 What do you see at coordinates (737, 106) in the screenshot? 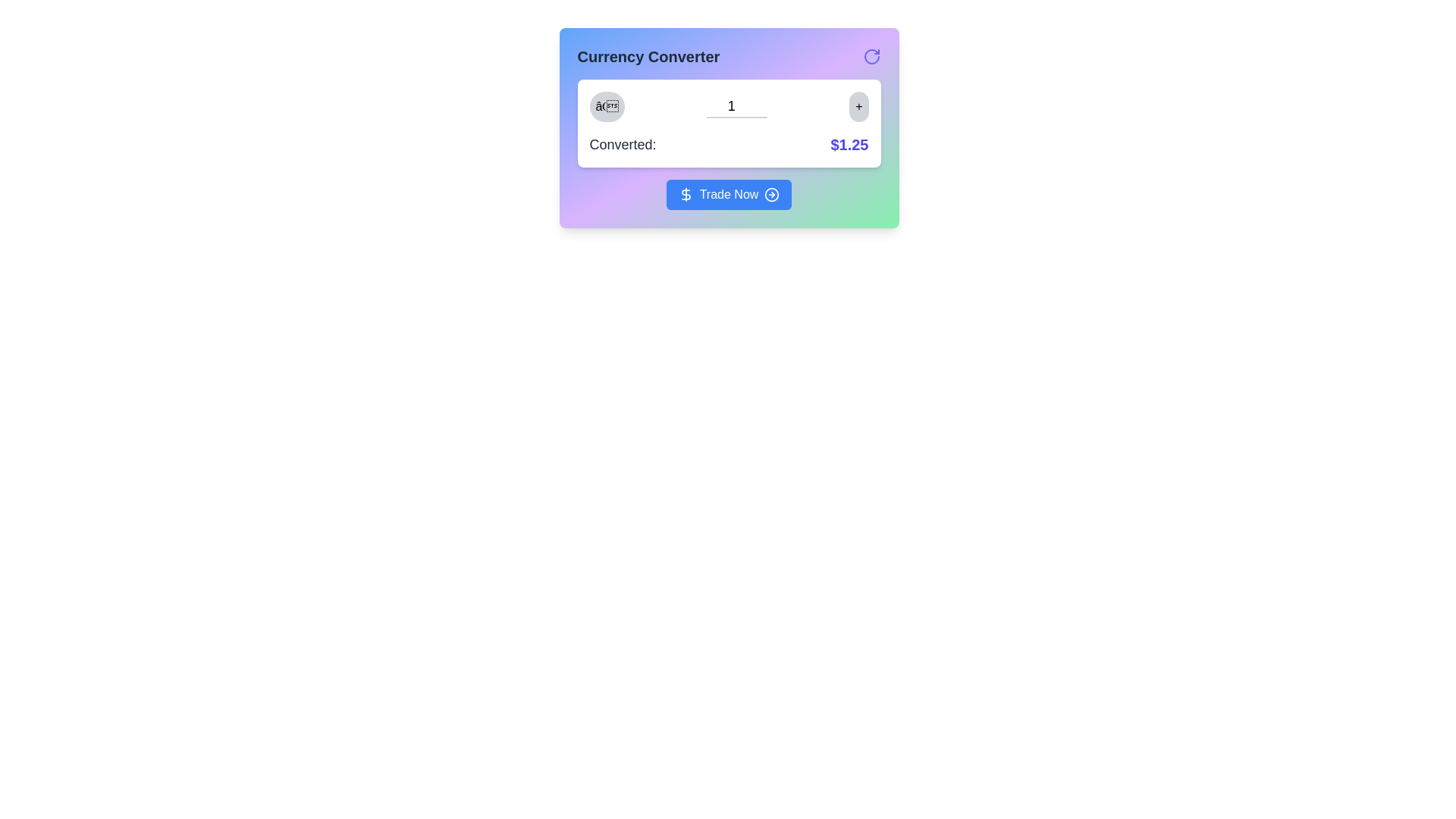
I see `the Number Input Field that displays the numeric value '1', which is centered and bordered at the bottom by a gray line` at bounding box center [737, 106].